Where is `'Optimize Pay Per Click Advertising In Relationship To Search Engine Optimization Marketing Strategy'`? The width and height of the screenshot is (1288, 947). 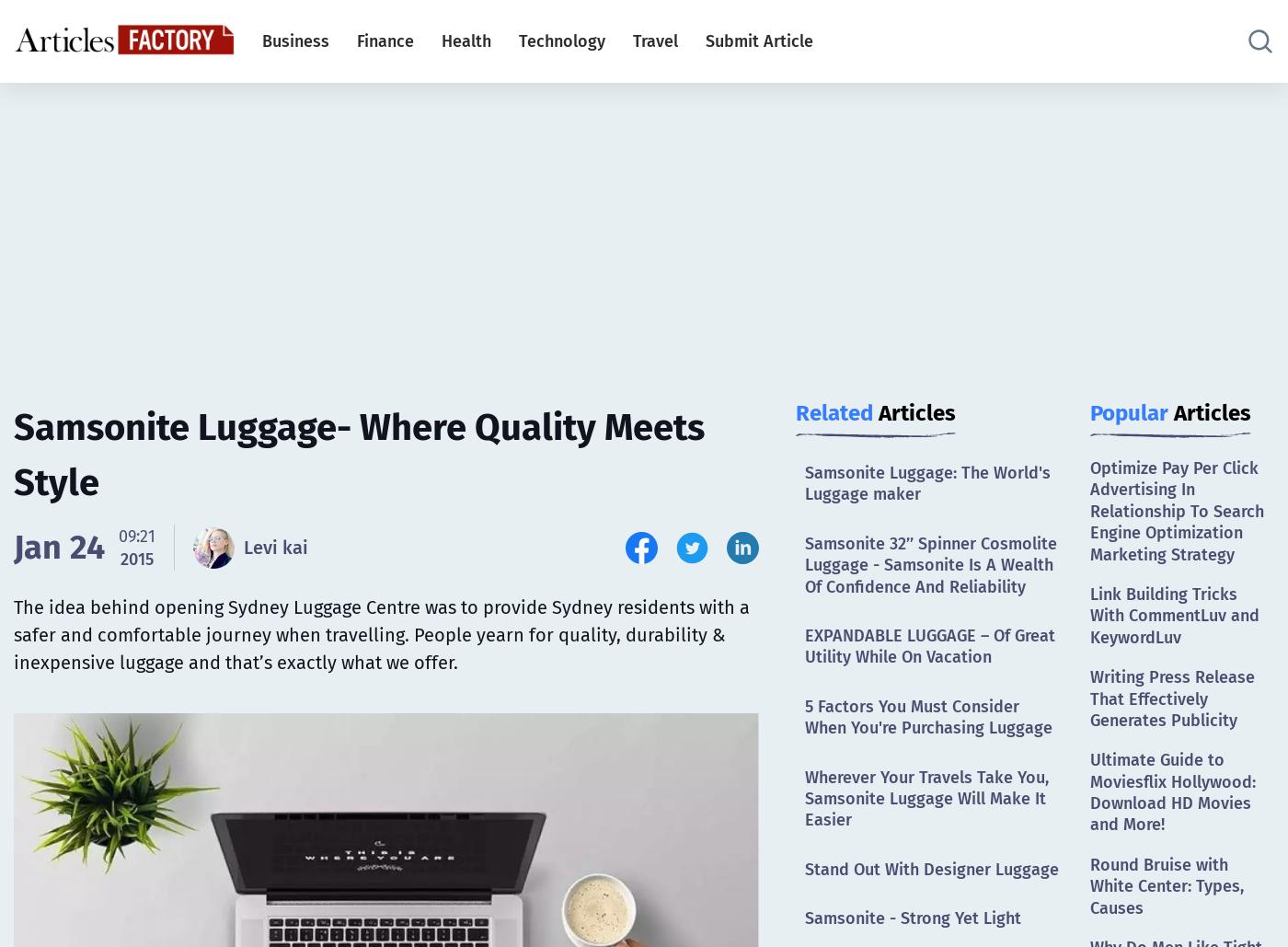
'Optimize Pay Per Click Advertising In Relationship To Search Engine Optimization Marketing Strategy' is located at coordinates (1177, 510).